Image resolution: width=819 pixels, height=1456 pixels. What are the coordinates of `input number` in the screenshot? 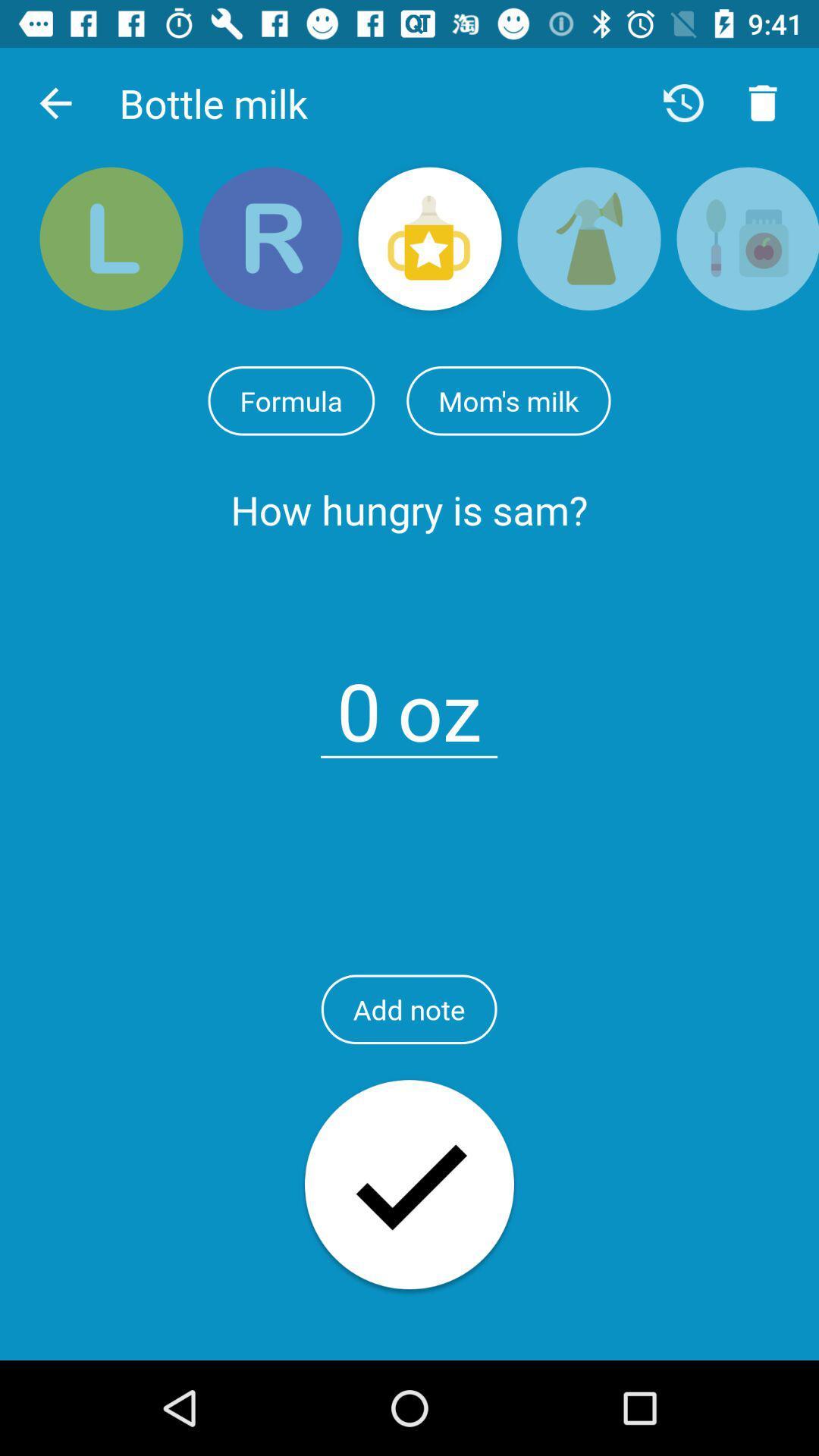 It's located at (359, 701).